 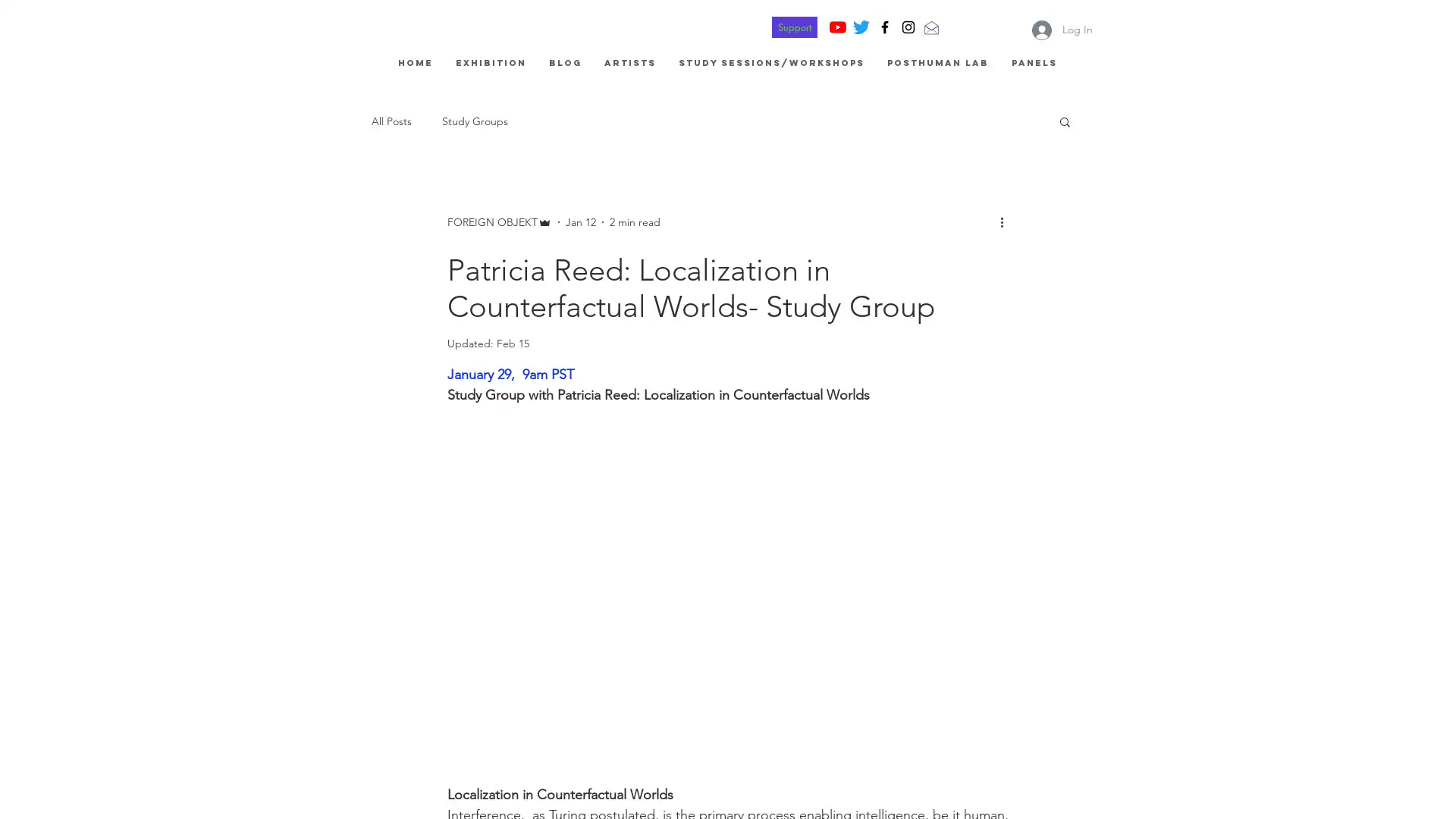 I want to click on Search, so click(x=1064, y=122).